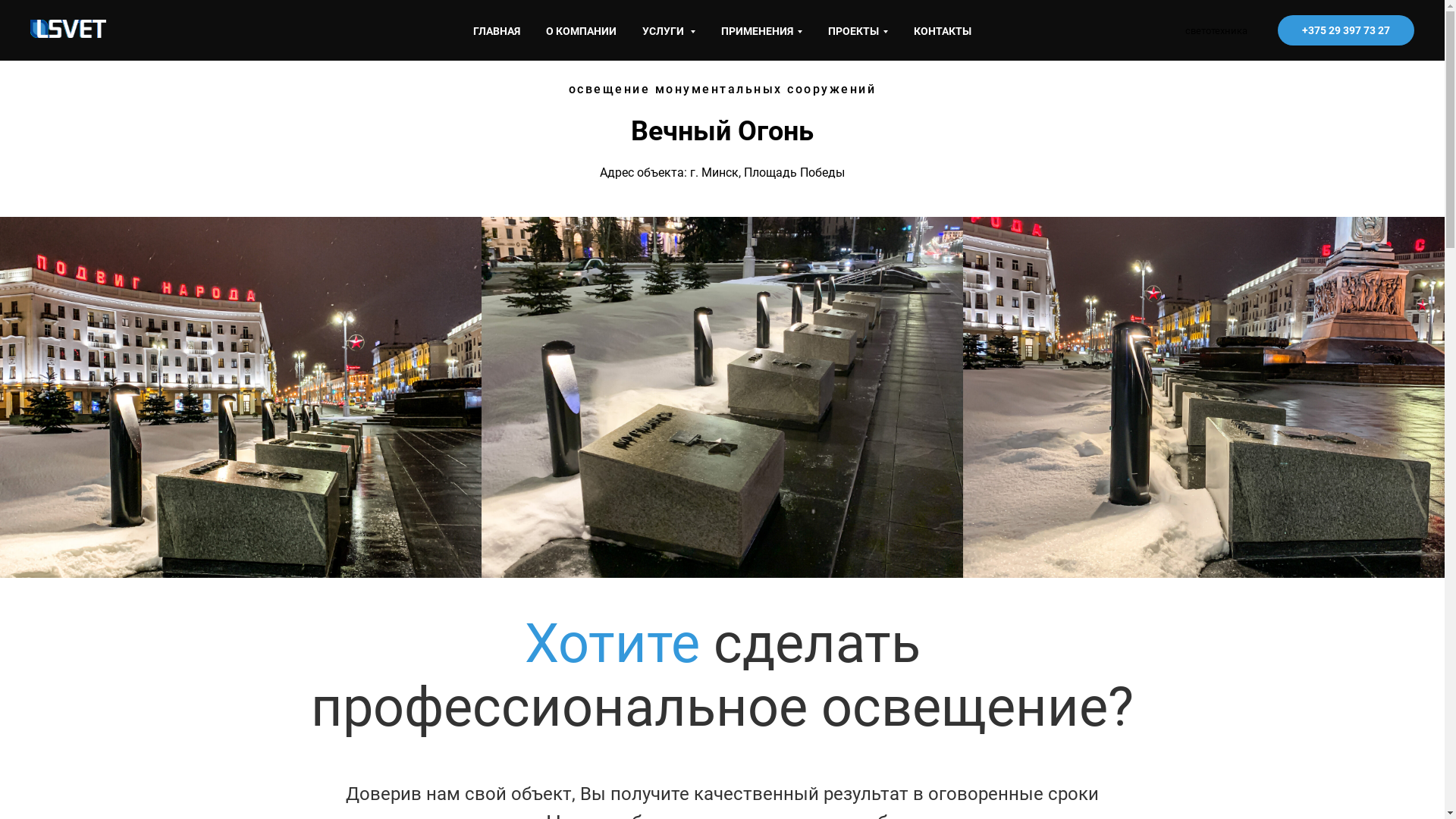 The height and width of the screenshot is (819, 1456). What do you see at coordinates (1346, 30) in the screenshot?
I see `'+375 29 397 73 27'` at bounding box center [1346, 30].